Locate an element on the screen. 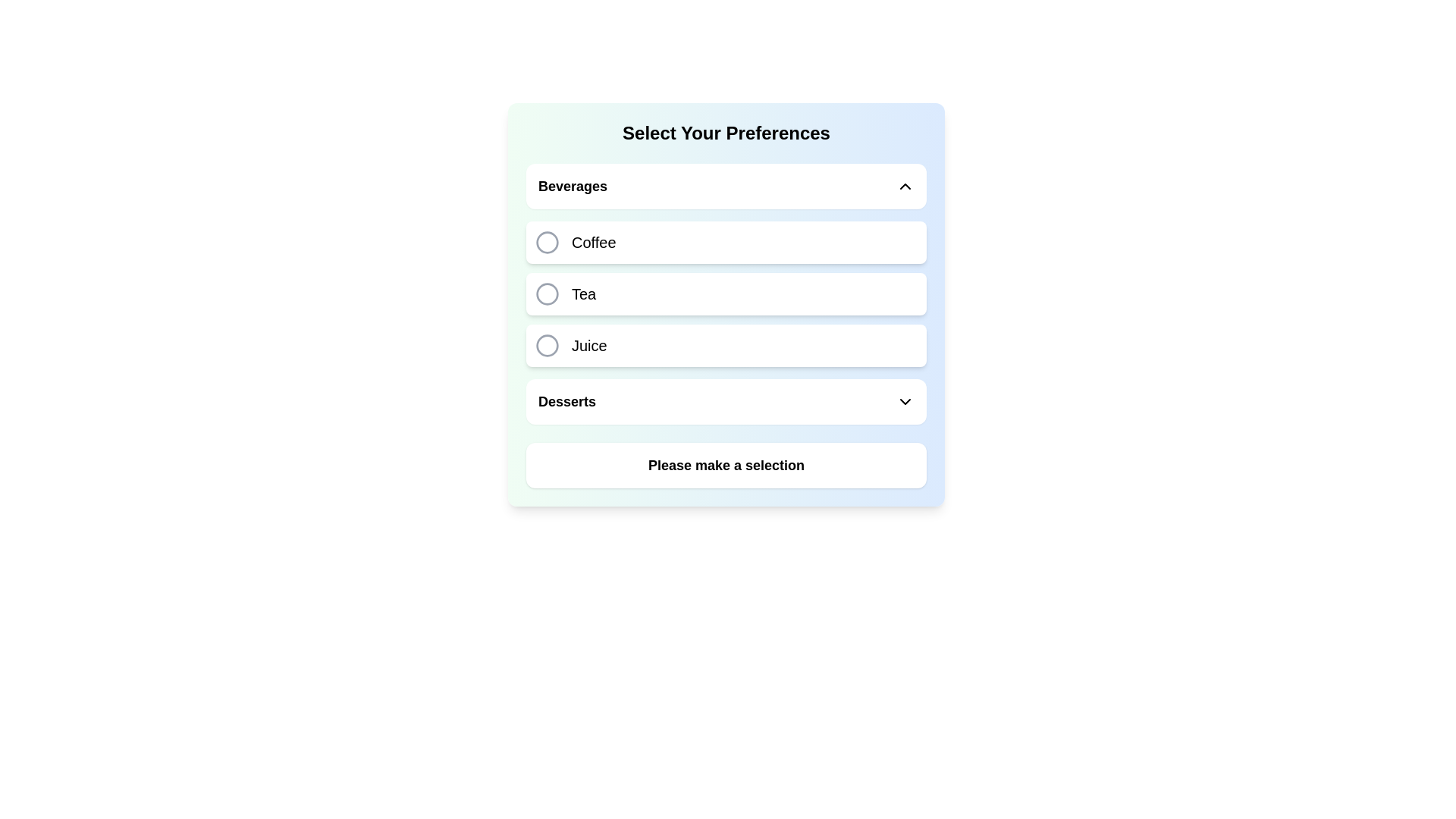  the Dropdown toggle labeled 'Beverages' is located at coordinates (726, 186).